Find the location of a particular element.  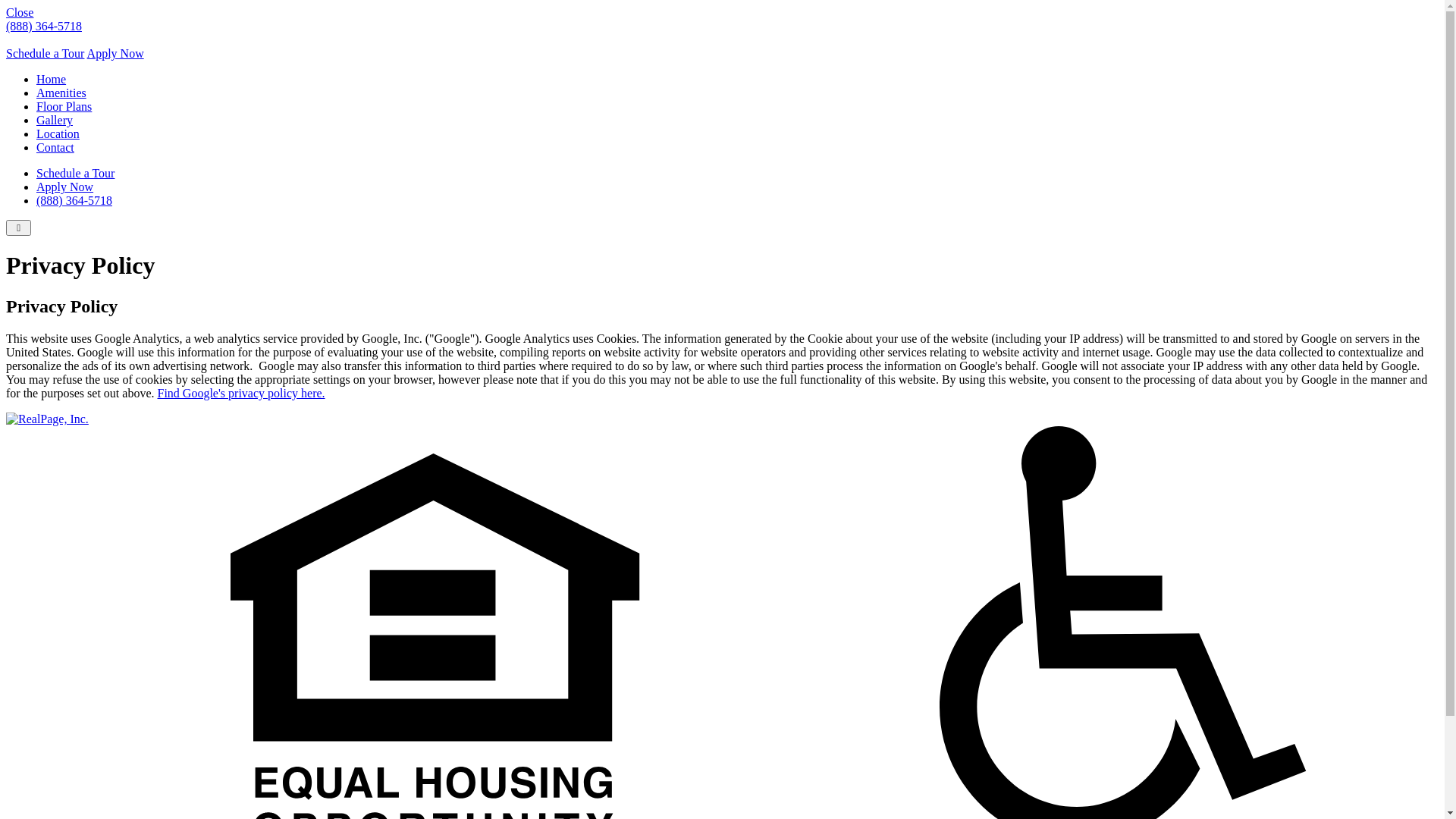

'(888) 364-5718' is located at coordinates (73, 199).